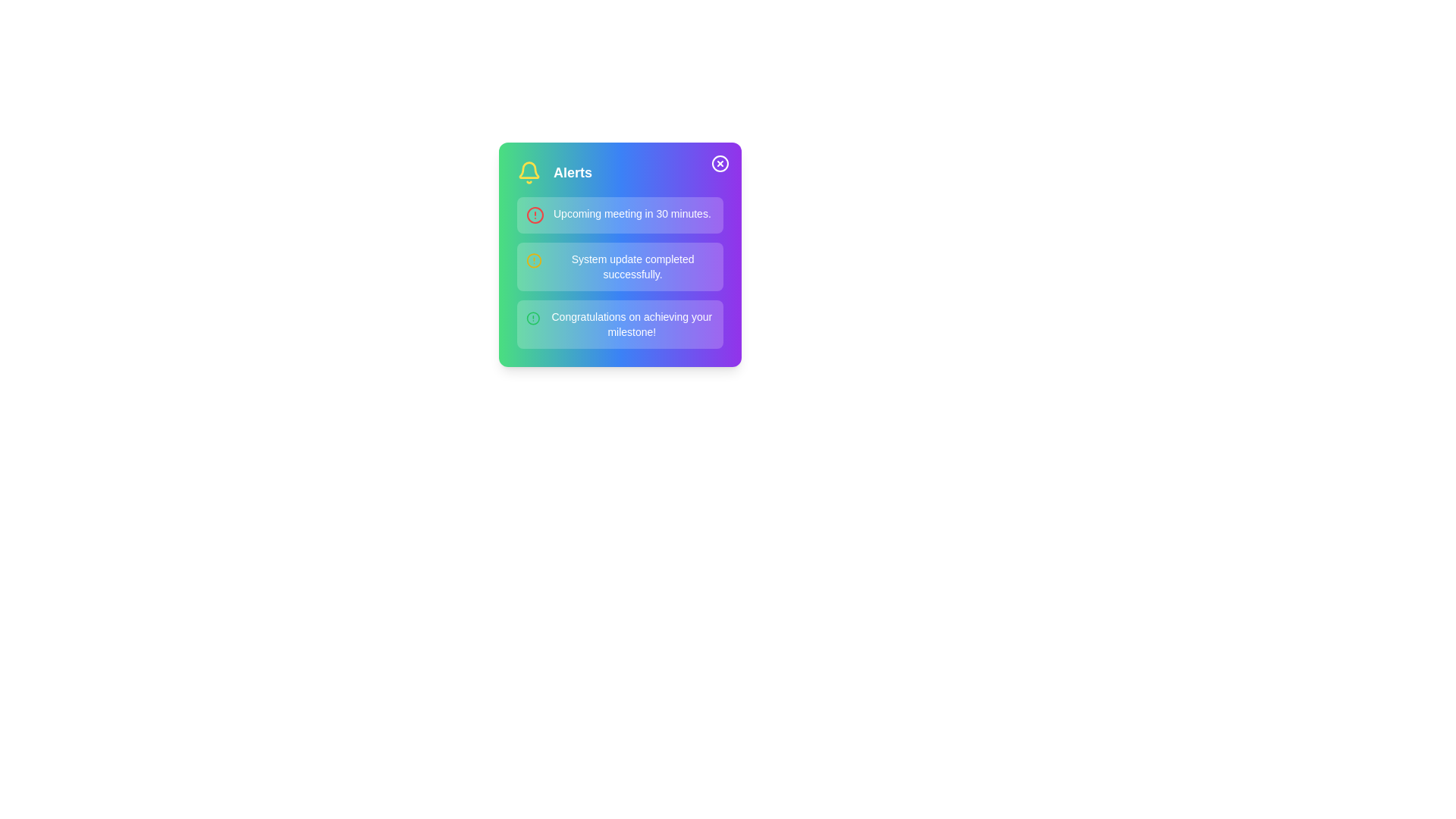  I want to click on the notification displayed in the gradient-styled Text Block with Icon that contains alert messages, specifically indicating 'System update completed successfully.', so click(620, 253).